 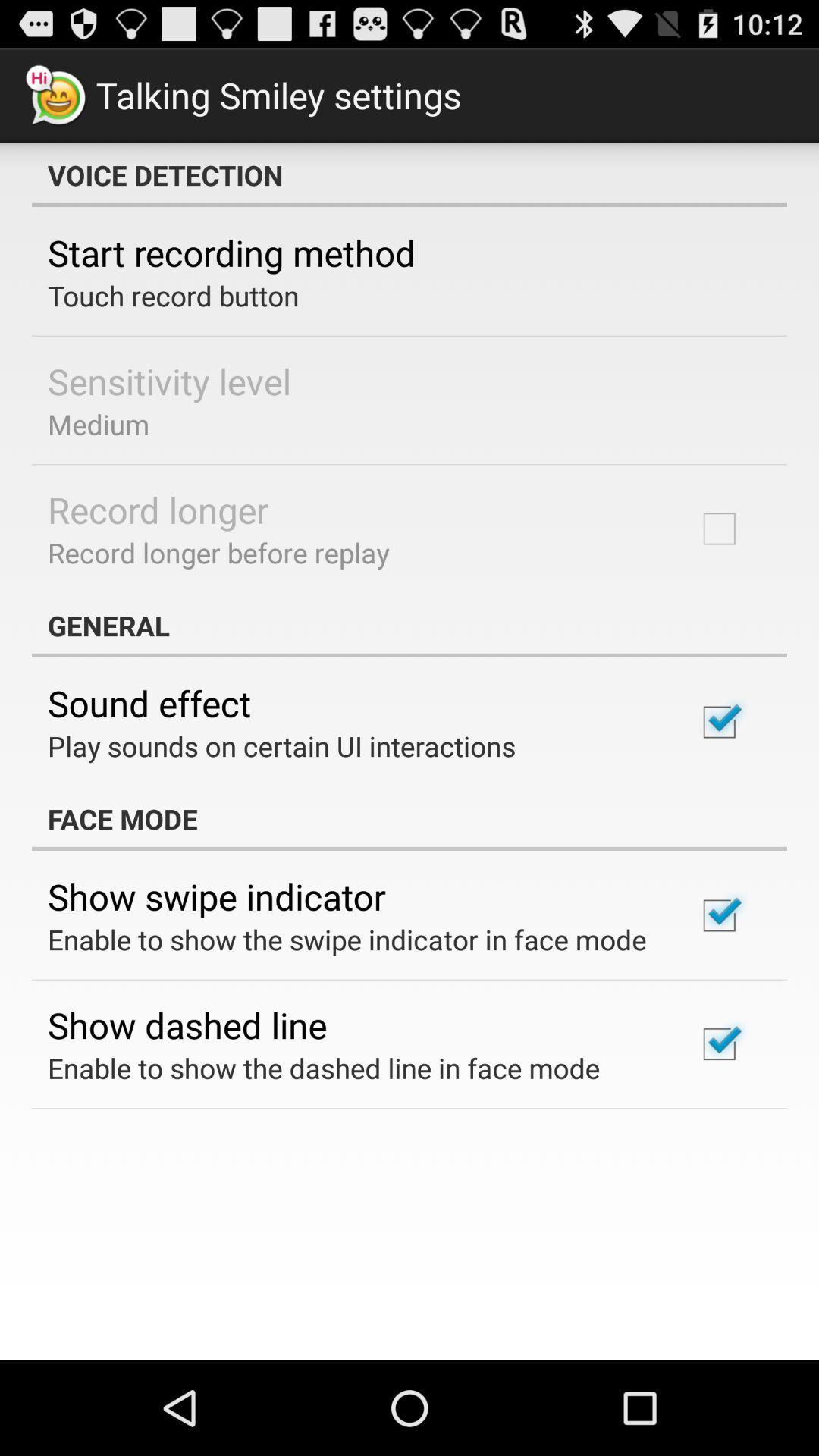 I want to click on the general app, so click(x=409, y=626).